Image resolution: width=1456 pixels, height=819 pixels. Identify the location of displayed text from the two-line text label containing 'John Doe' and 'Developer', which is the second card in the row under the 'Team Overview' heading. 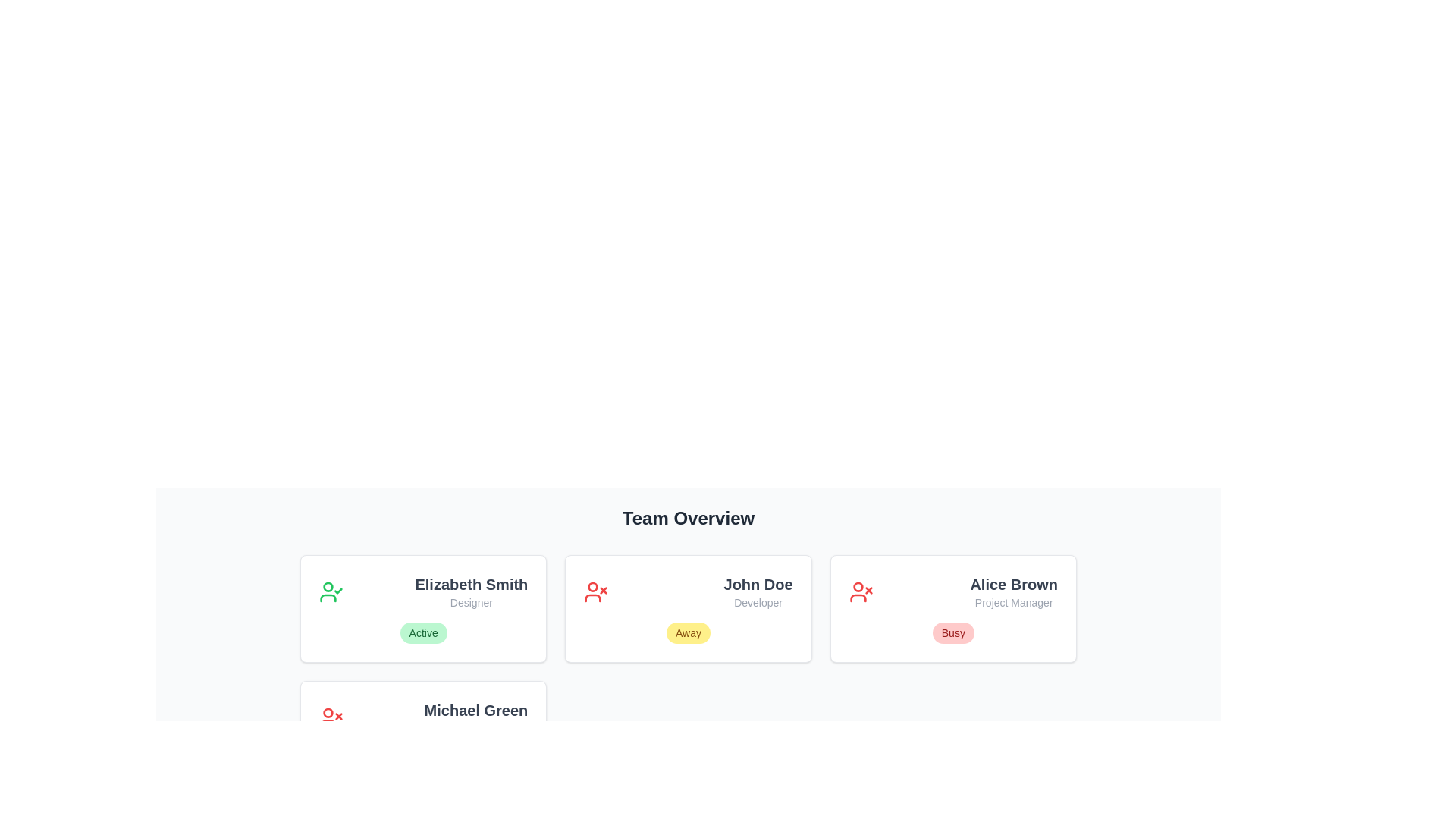
(758, 591).